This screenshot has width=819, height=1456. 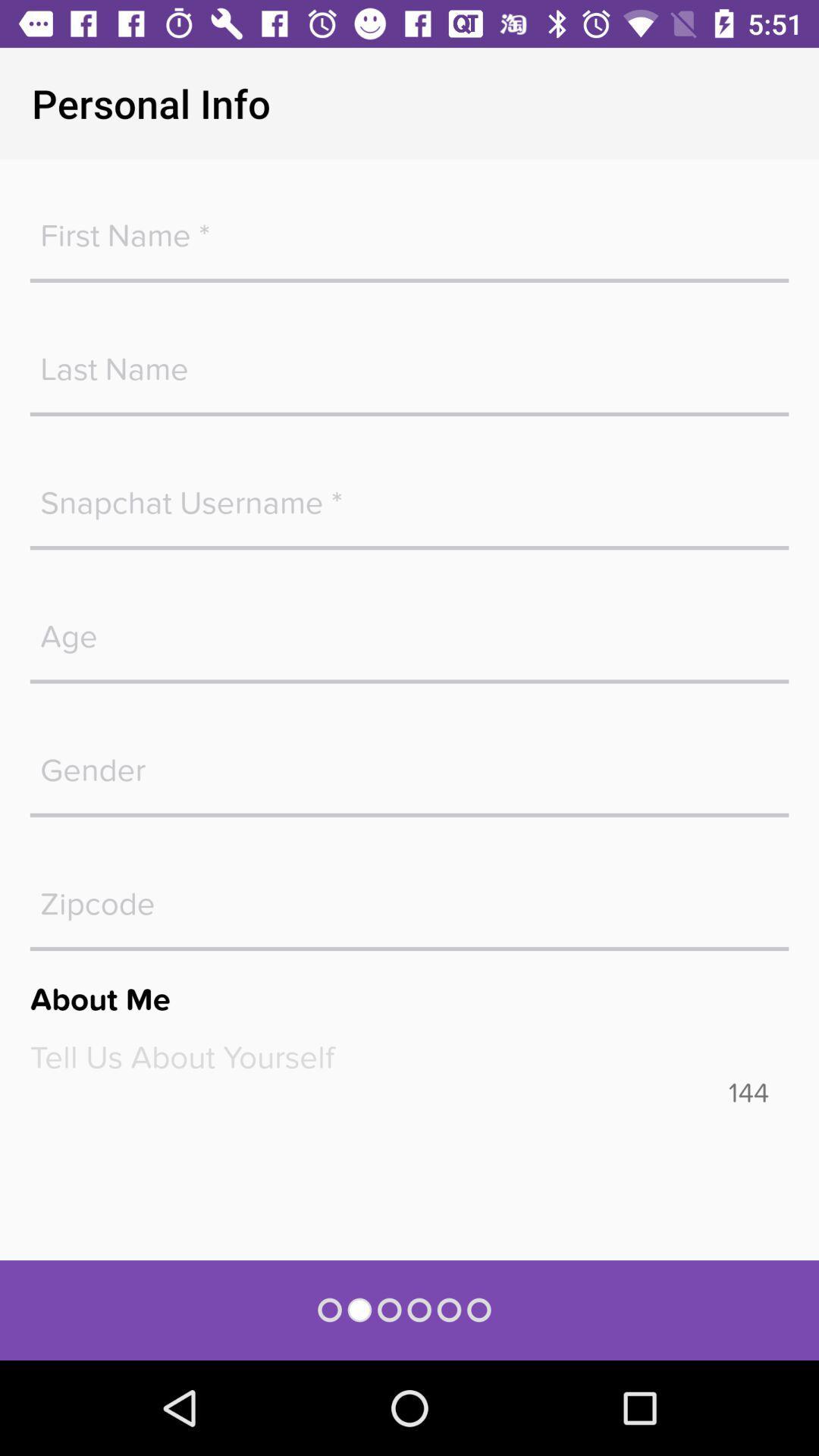 What do you see at coordinates (409, 495) in the screenshot?
I see `snapcha username box` at bounding box center [409, 495].